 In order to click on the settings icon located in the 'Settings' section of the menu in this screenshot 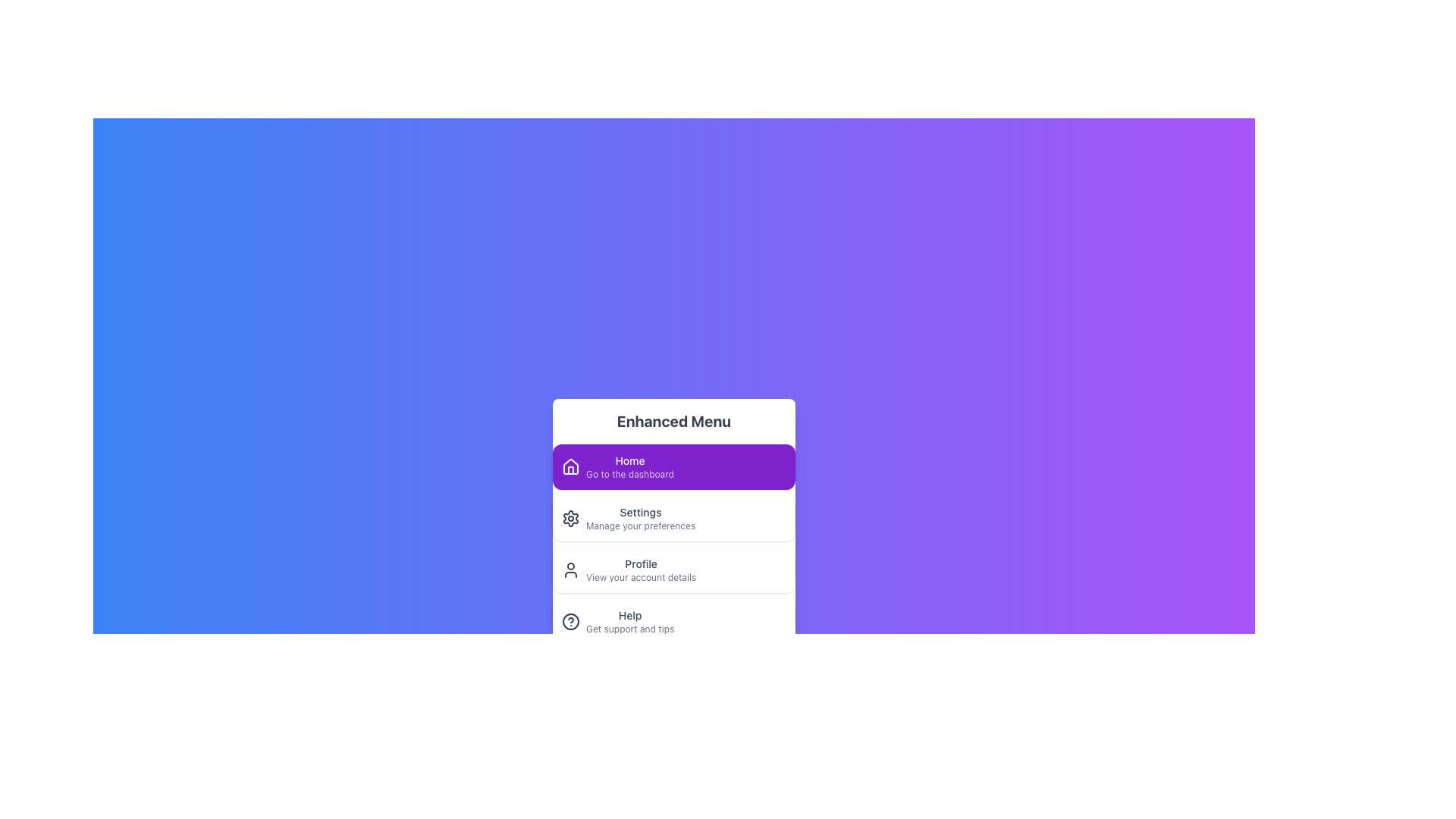, I will do `click(570, 517)`.